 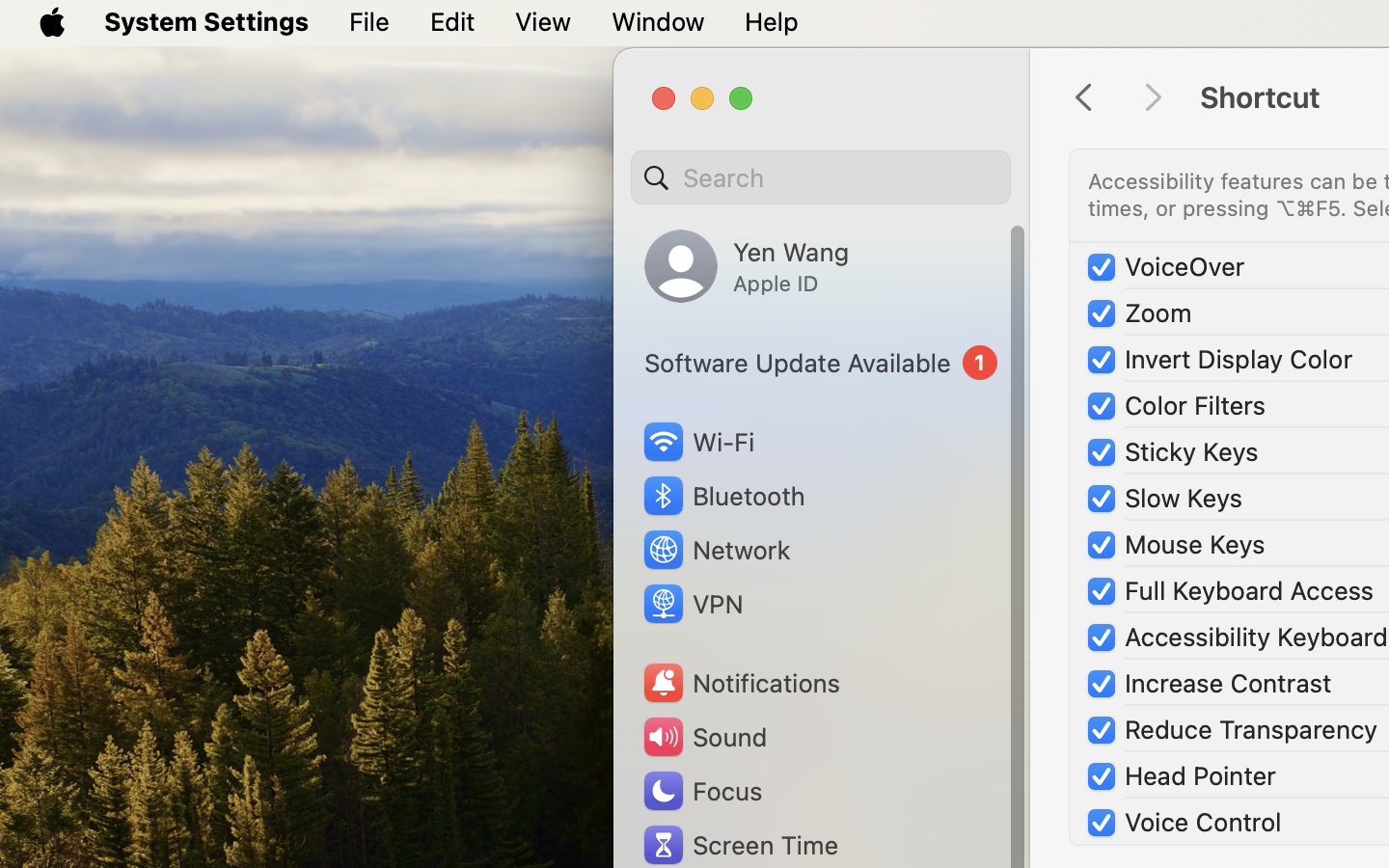 What do you see at coordinates (696, 441) in the screenshot?
I see `'Wi‑Fi'` at bounding box center [696, 441].